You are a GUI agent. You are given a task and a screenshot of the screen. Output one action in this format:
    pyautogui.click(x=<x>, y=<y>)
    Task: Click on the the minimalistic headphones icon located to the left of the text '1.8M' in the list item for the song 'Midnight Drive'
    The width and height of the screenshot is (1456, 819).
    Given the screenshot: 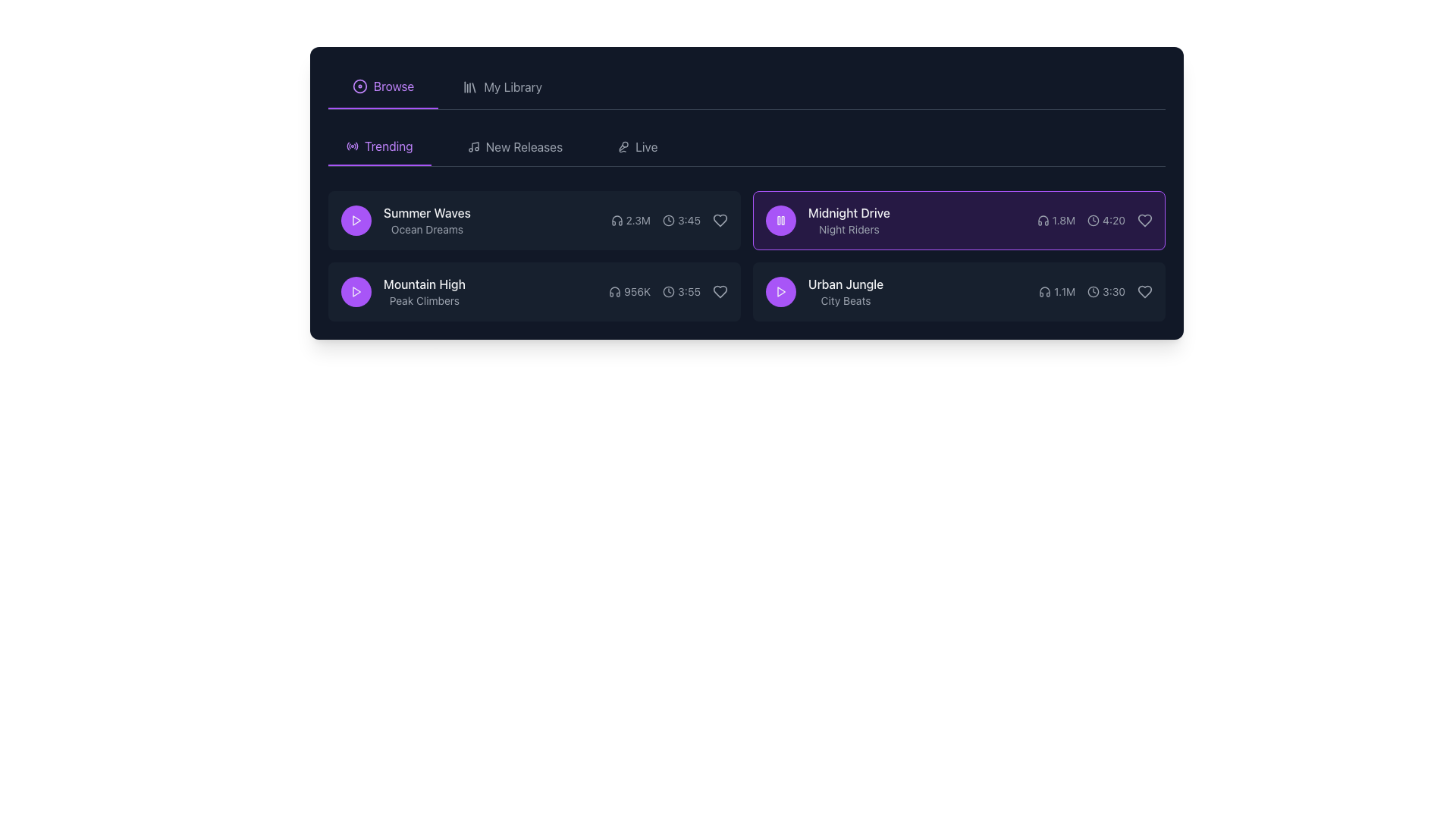 What is the action you would take?
    pyautogui.click(x=1042, y=220)
    